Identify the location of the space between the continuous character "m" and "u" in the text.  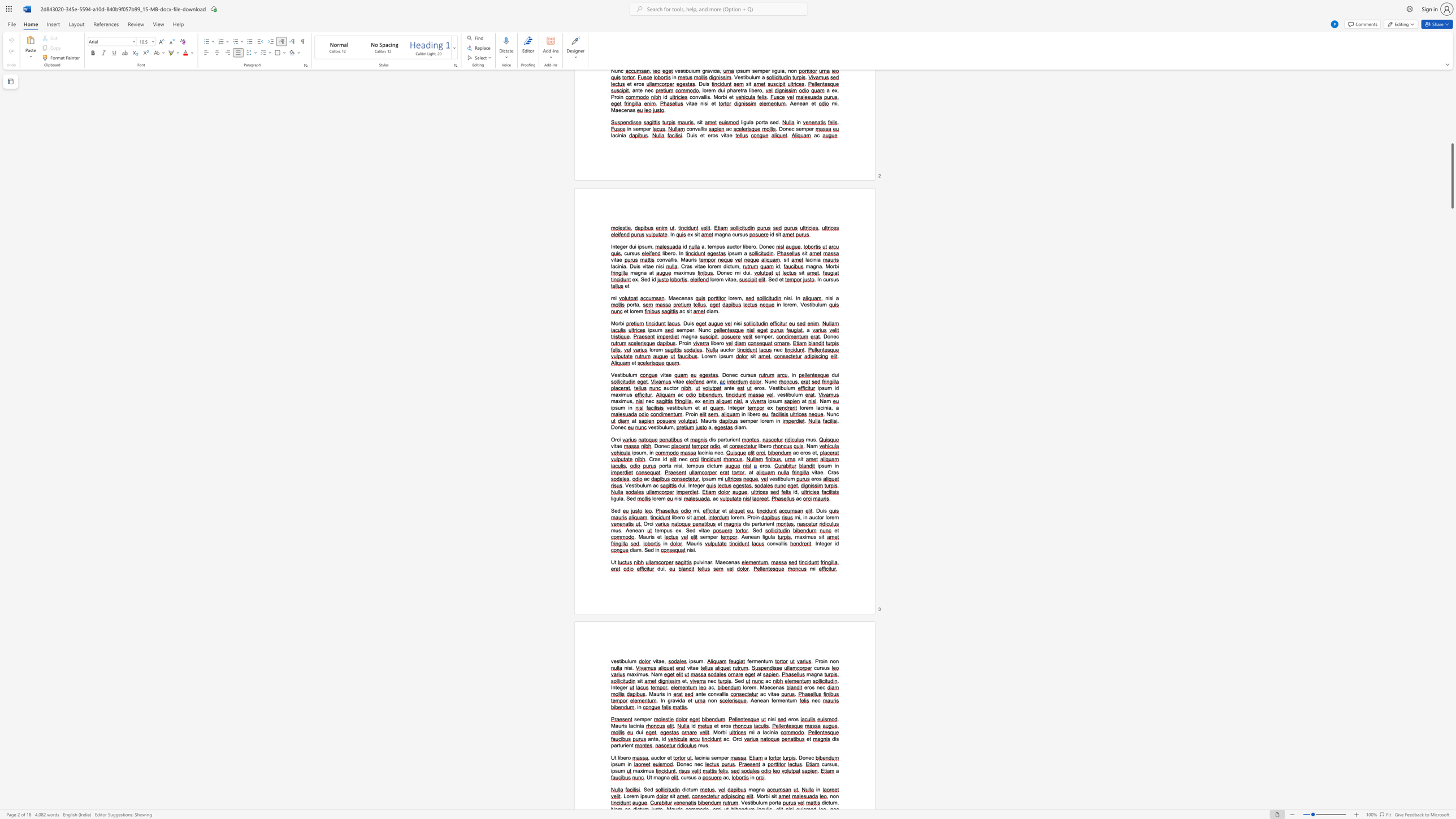
(615, 530).